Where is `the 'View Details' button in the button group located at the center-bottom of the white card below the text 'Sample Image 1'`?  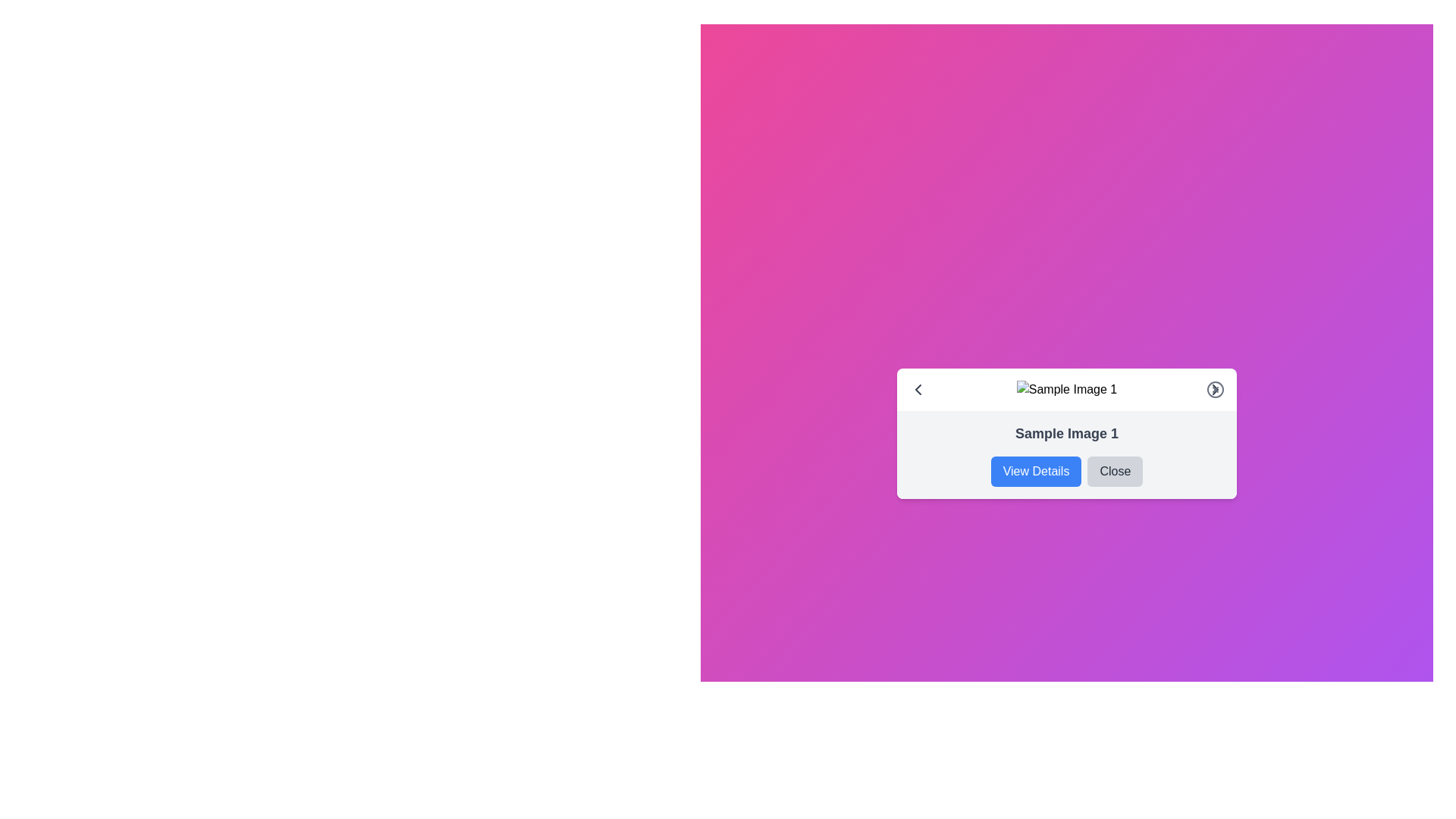
the 'View Details' button in the button group located at the center-bottom of the white card below the text 'Sample Image 1' is located at coordinates (1065, 470).